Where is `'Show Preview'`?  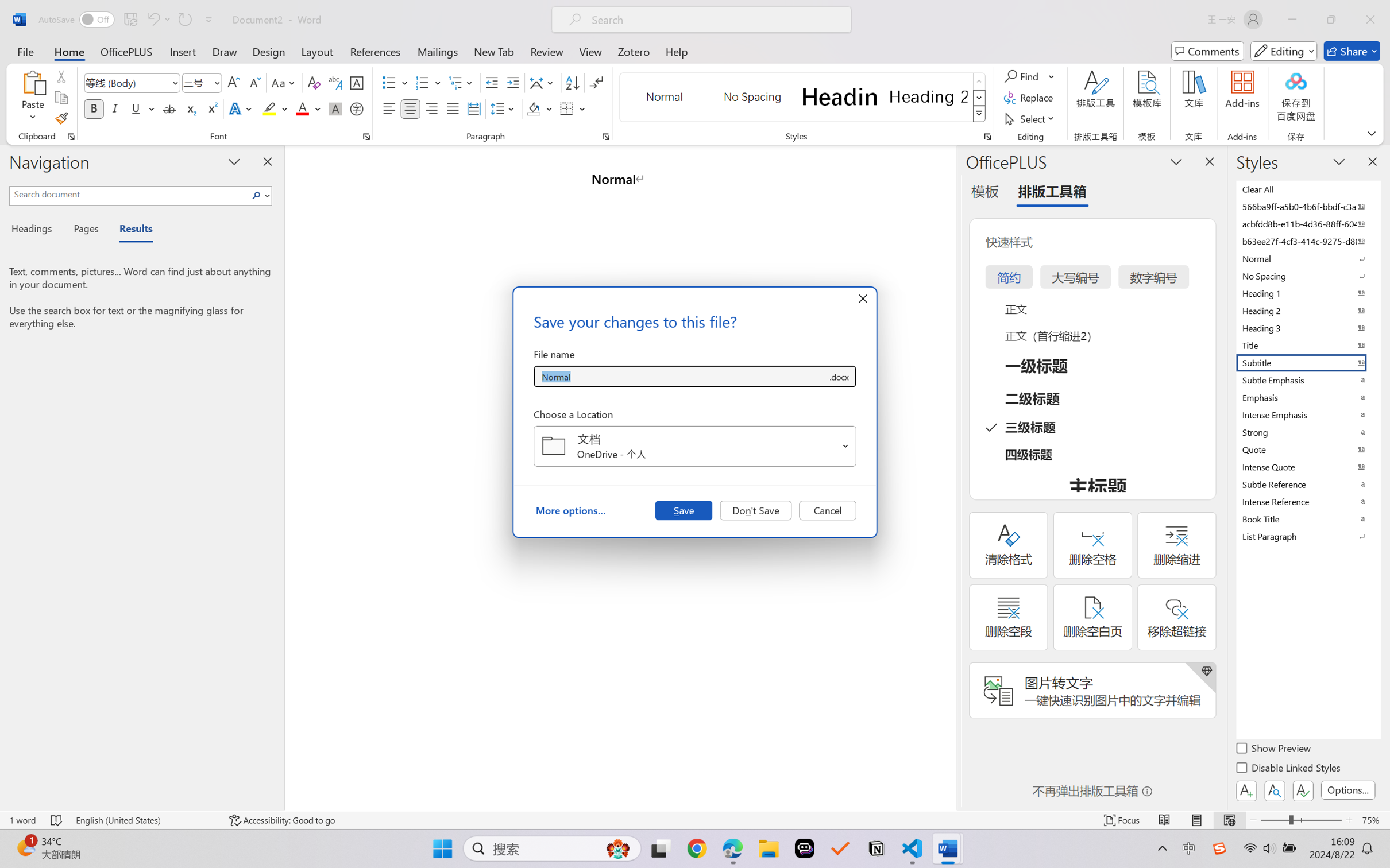
'Show Preview' is located at coordinates (1274, 749).